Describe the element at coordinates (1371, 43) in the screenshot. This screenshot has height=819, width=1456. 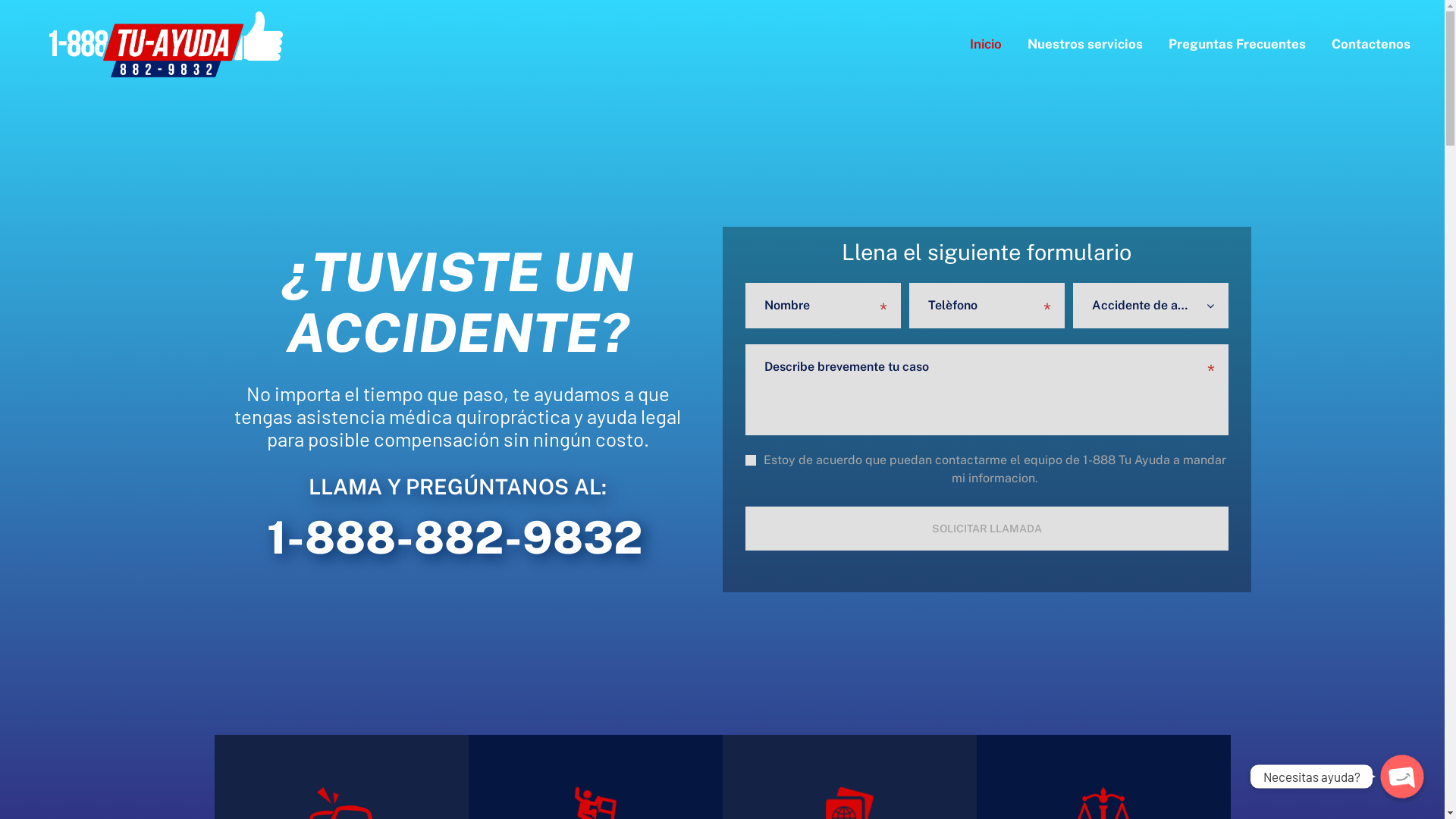
I see `'Contactenos'` at that location.